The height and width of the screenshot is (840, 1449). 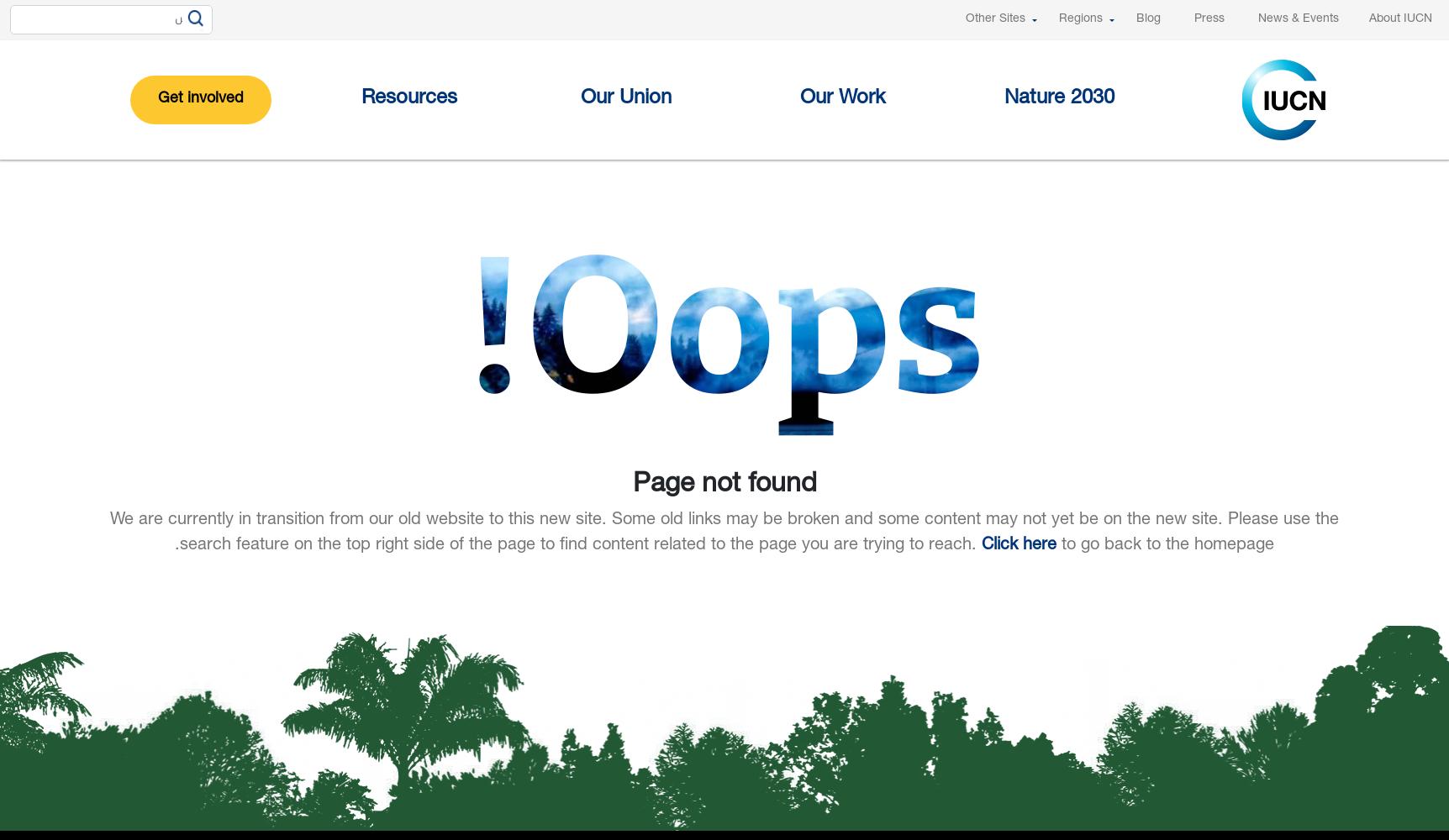 I want to click on 'Freshwater and water security', so click(x=883, y=366).